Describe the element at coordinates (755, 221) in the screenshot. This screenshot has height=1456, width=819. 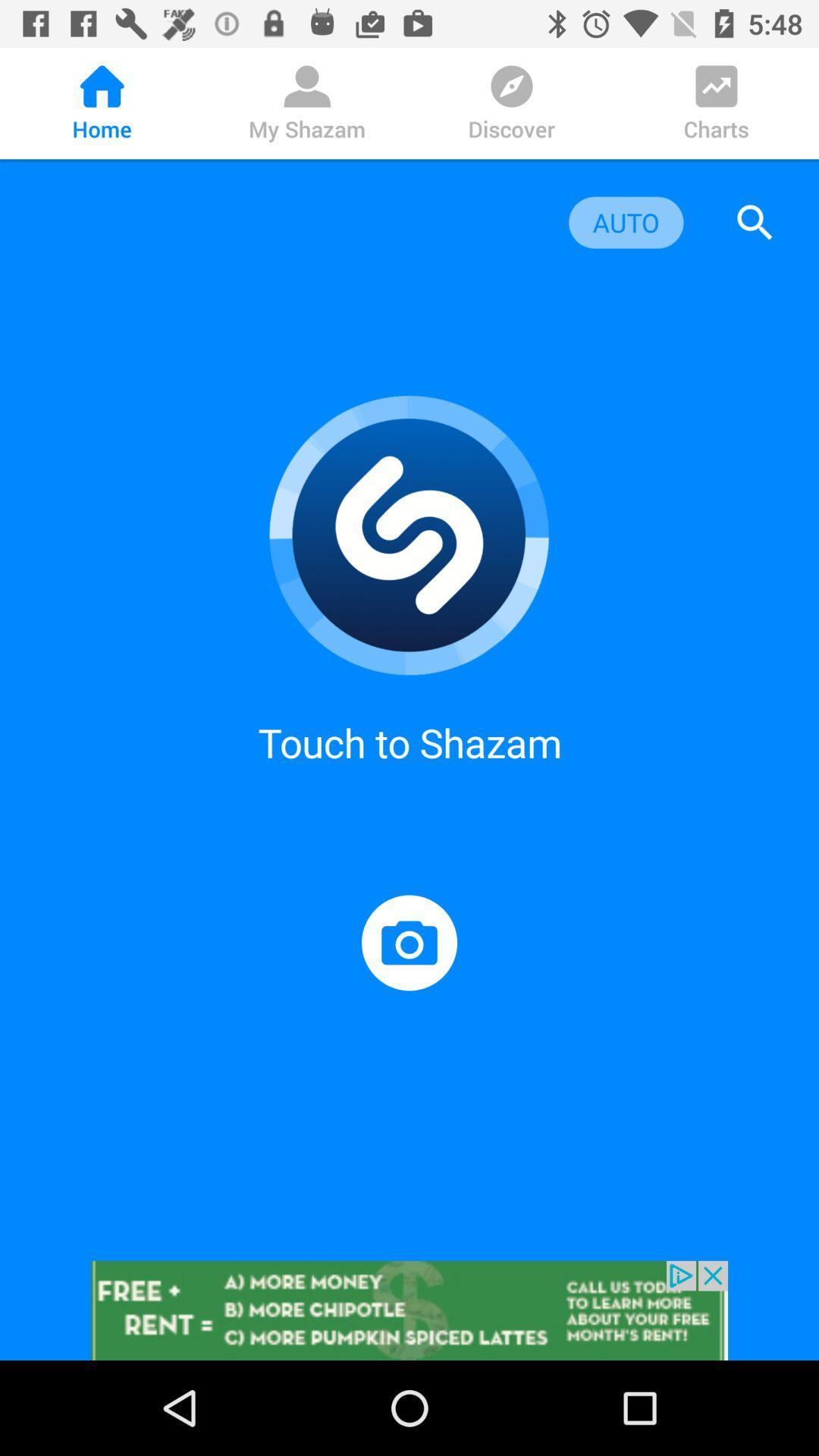
I see `search toggle` at that location.